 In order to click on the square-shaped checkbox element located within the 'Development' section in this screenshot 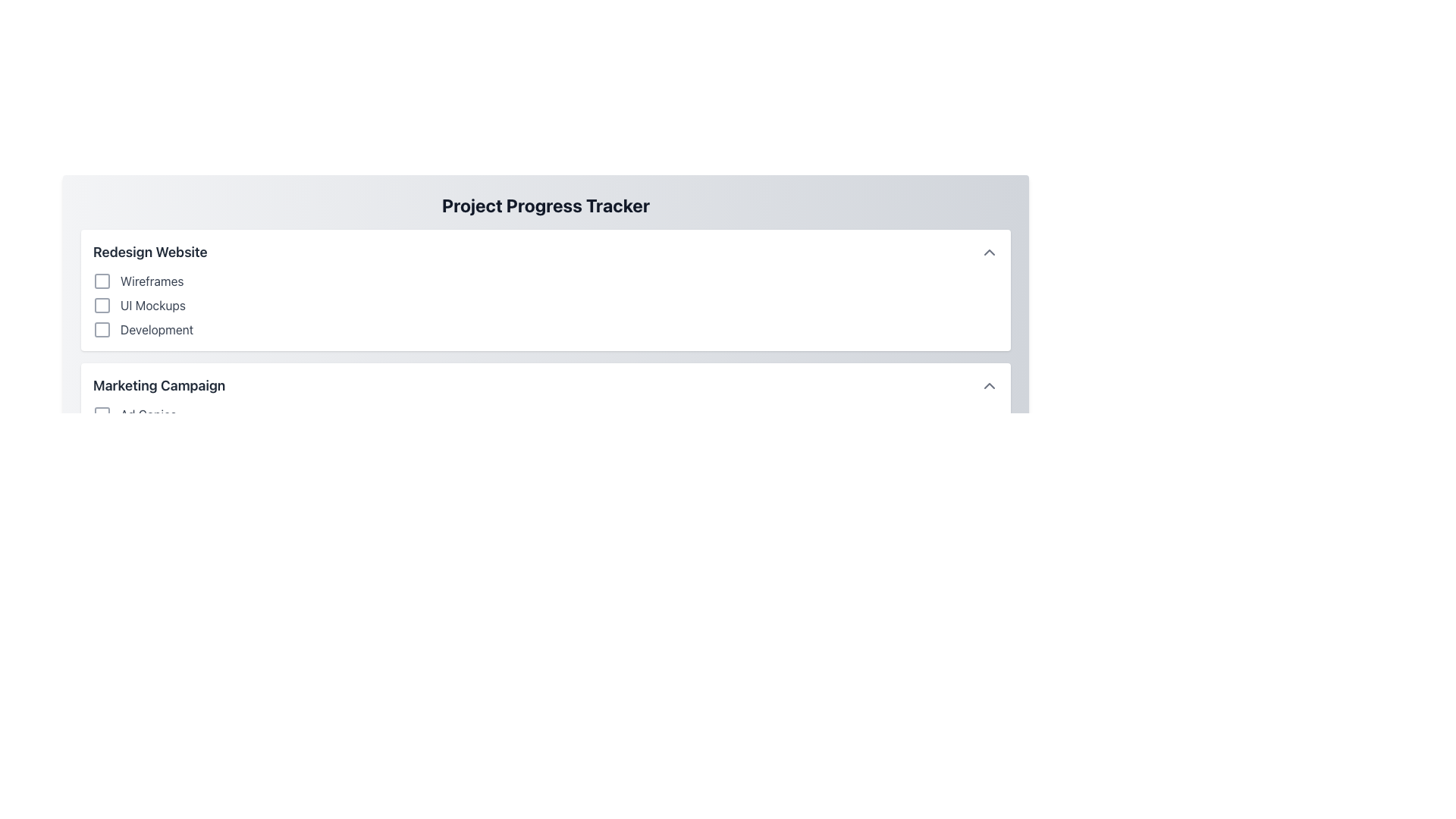, I will do `click(101, 329)`.